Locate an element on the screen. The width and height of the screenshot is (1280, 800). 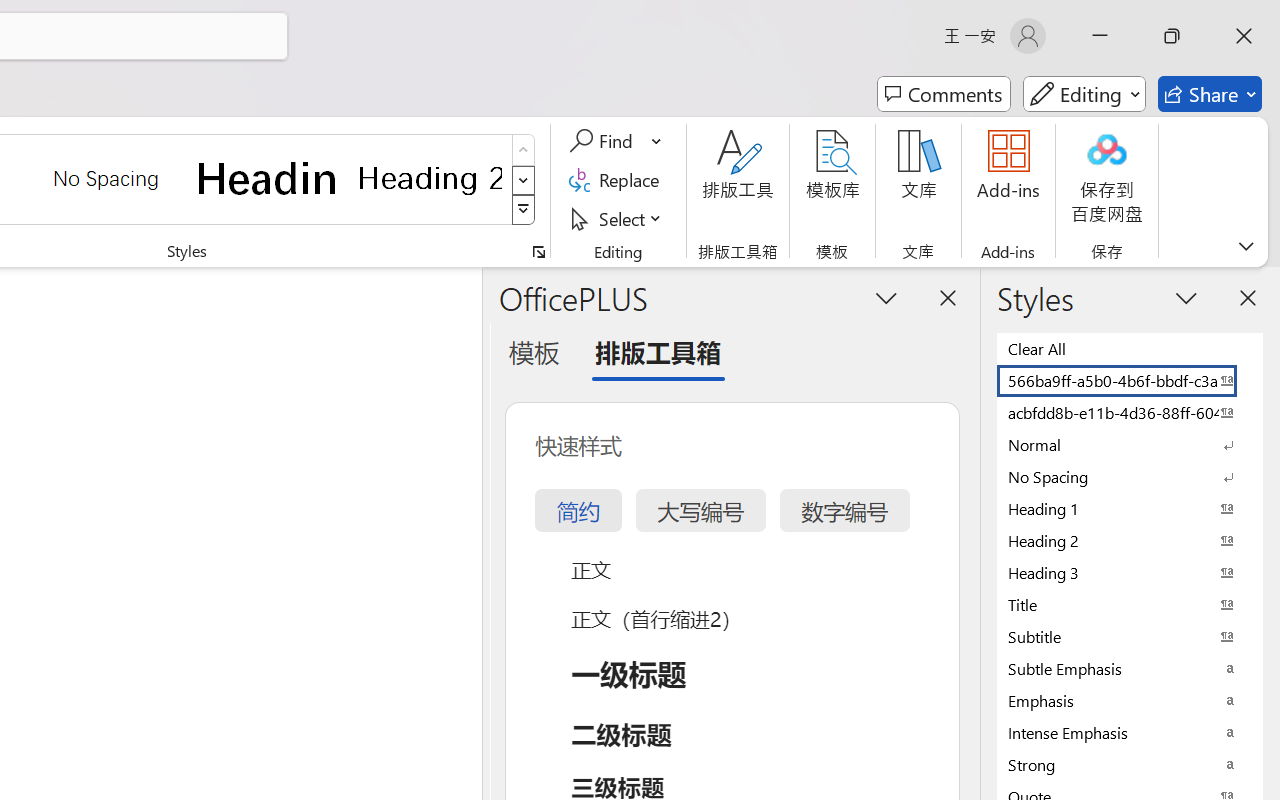
'Minimize' is located at coordinates (1099, 35).